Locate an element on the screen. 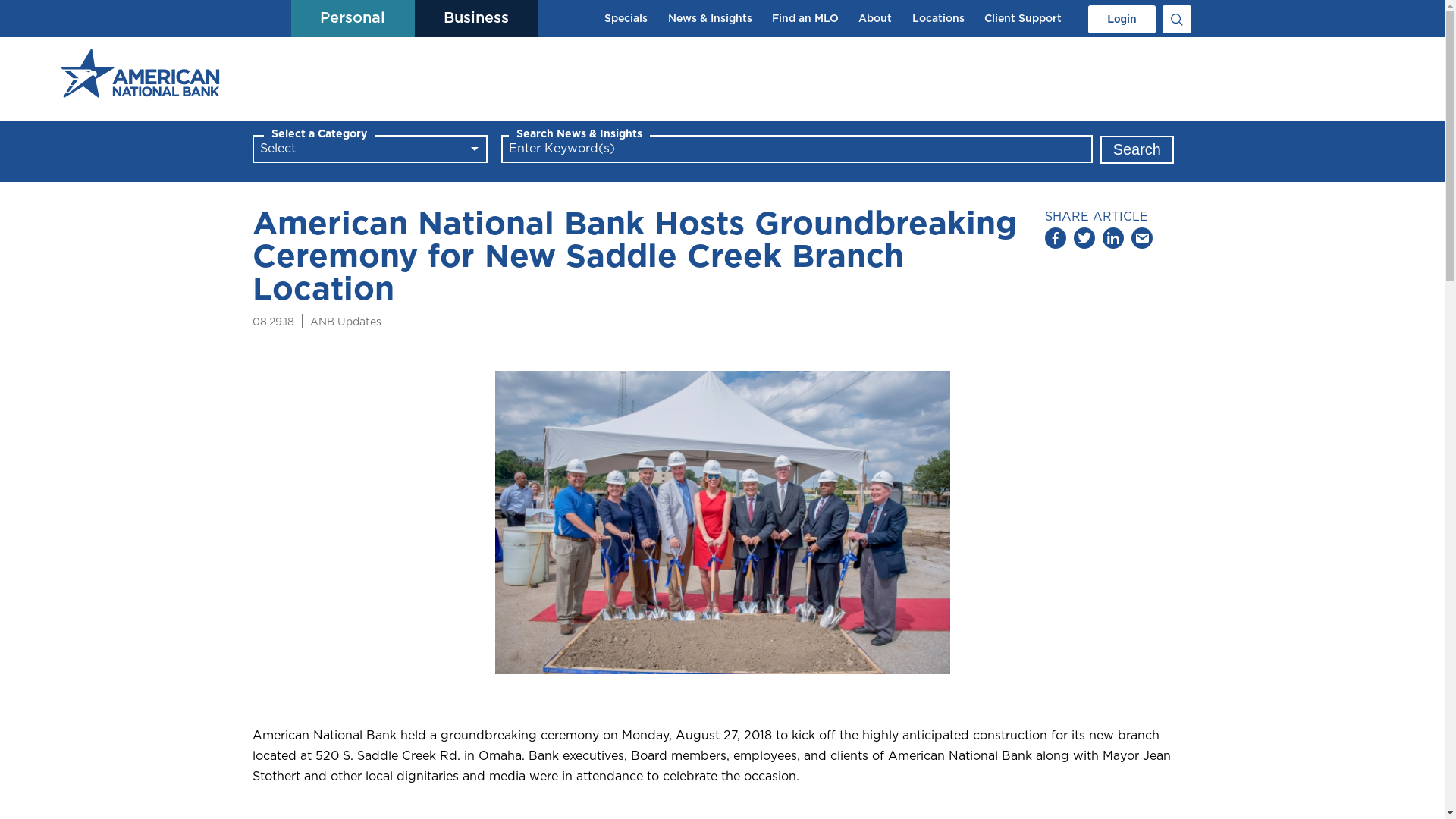  'Share on Linked In' is located at coordinates (1103, 241).